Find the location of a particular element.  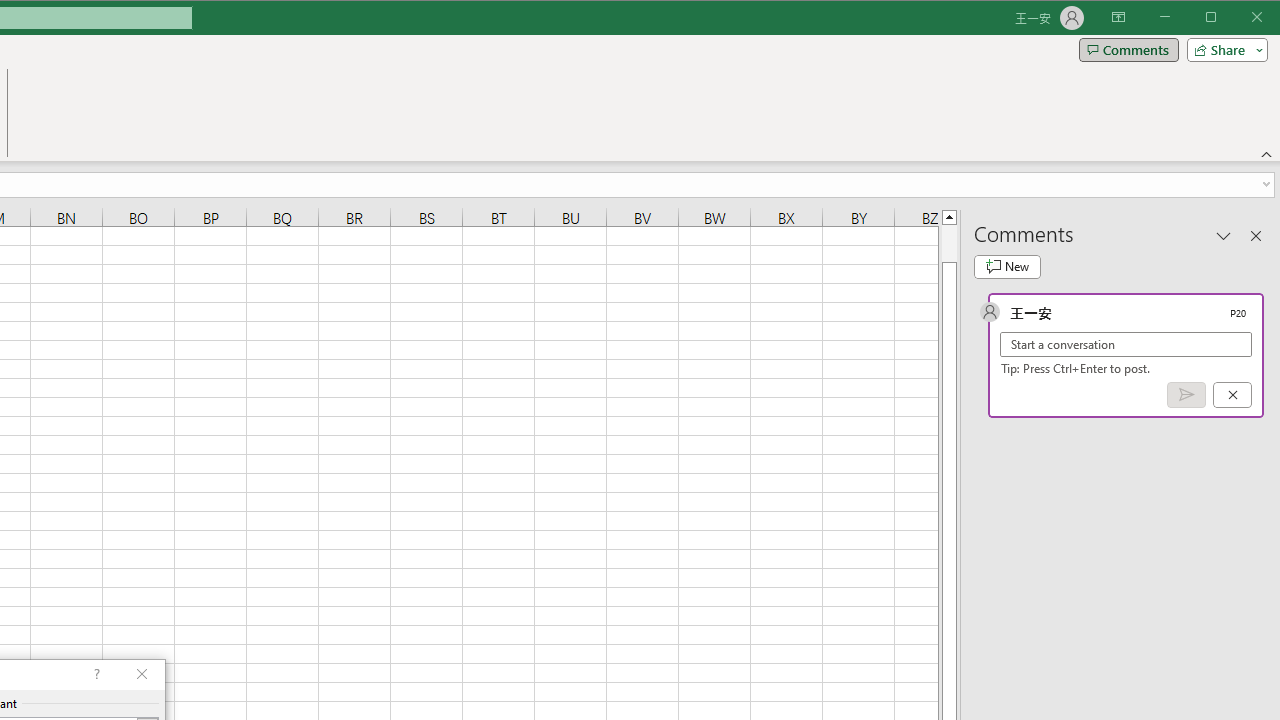

'Collapse the Ribbon' is located at coordinates (1266, 153).